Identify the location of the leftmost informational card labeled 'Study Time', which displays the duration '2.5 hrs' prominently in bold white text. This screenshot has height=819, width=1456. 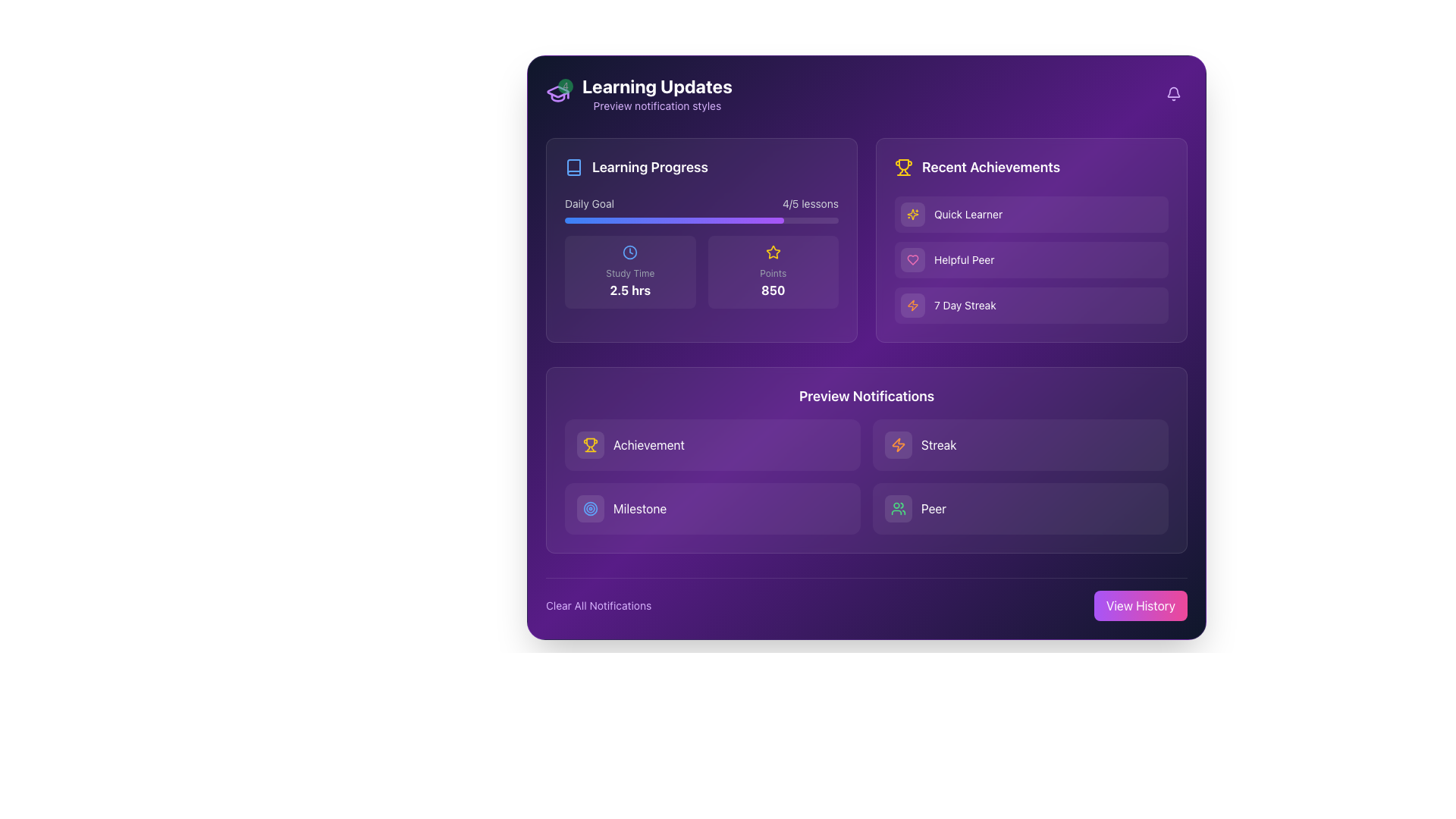
(630, 271).